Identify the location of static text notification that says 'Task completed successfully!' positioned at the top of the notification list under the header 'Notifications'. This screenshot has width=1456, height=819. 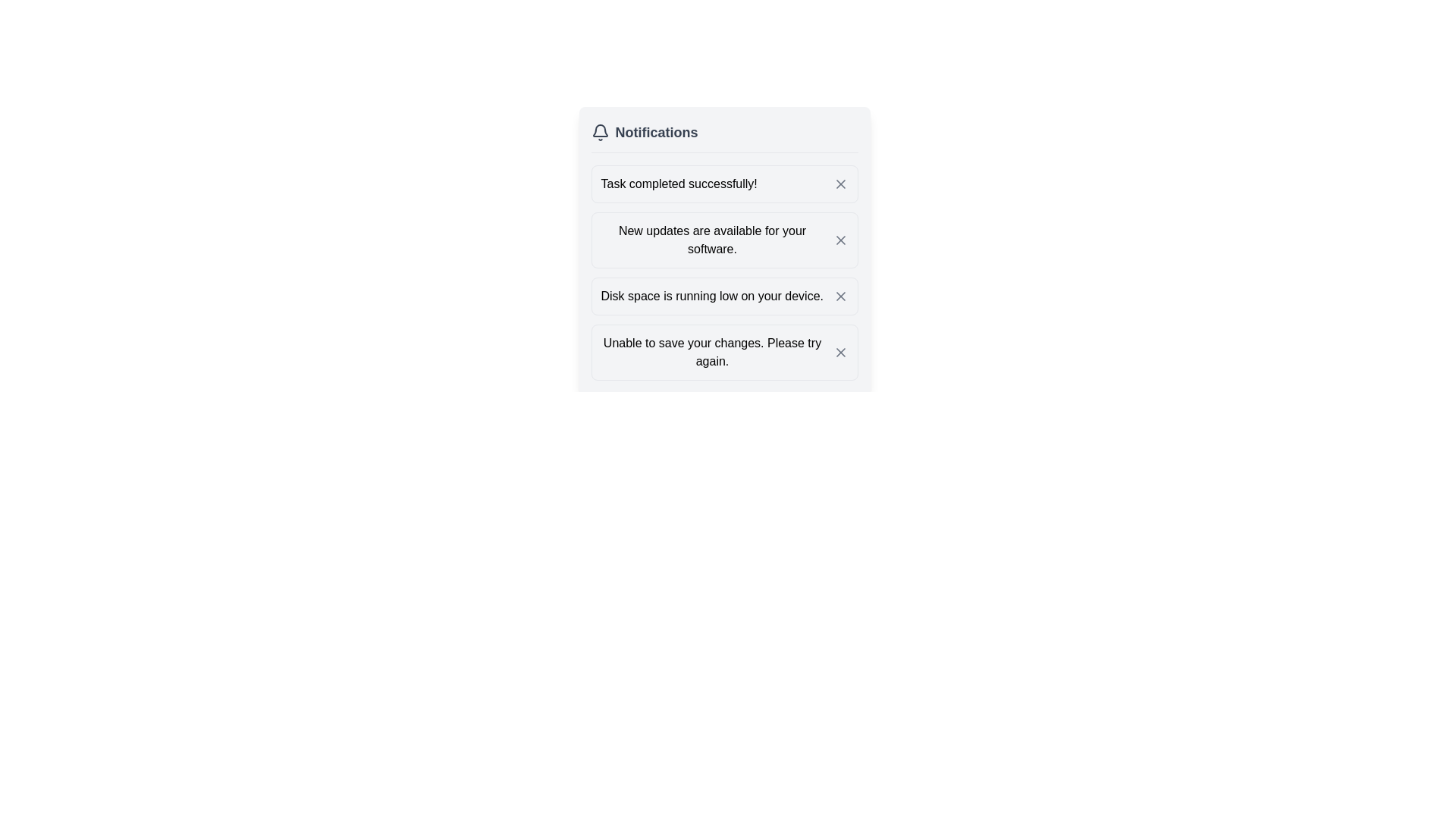
(678, 184).